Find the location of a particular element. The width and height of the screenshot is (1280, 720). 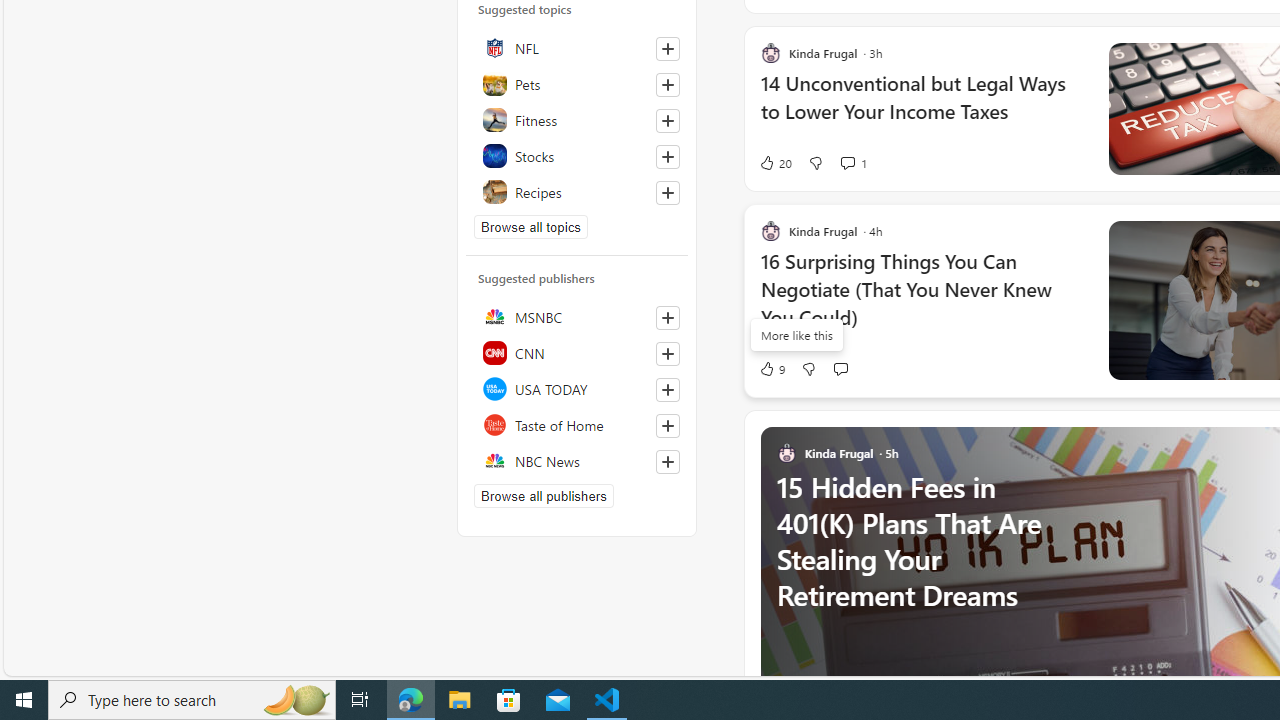

'Follow this source' is located at coordinates (668, 461).